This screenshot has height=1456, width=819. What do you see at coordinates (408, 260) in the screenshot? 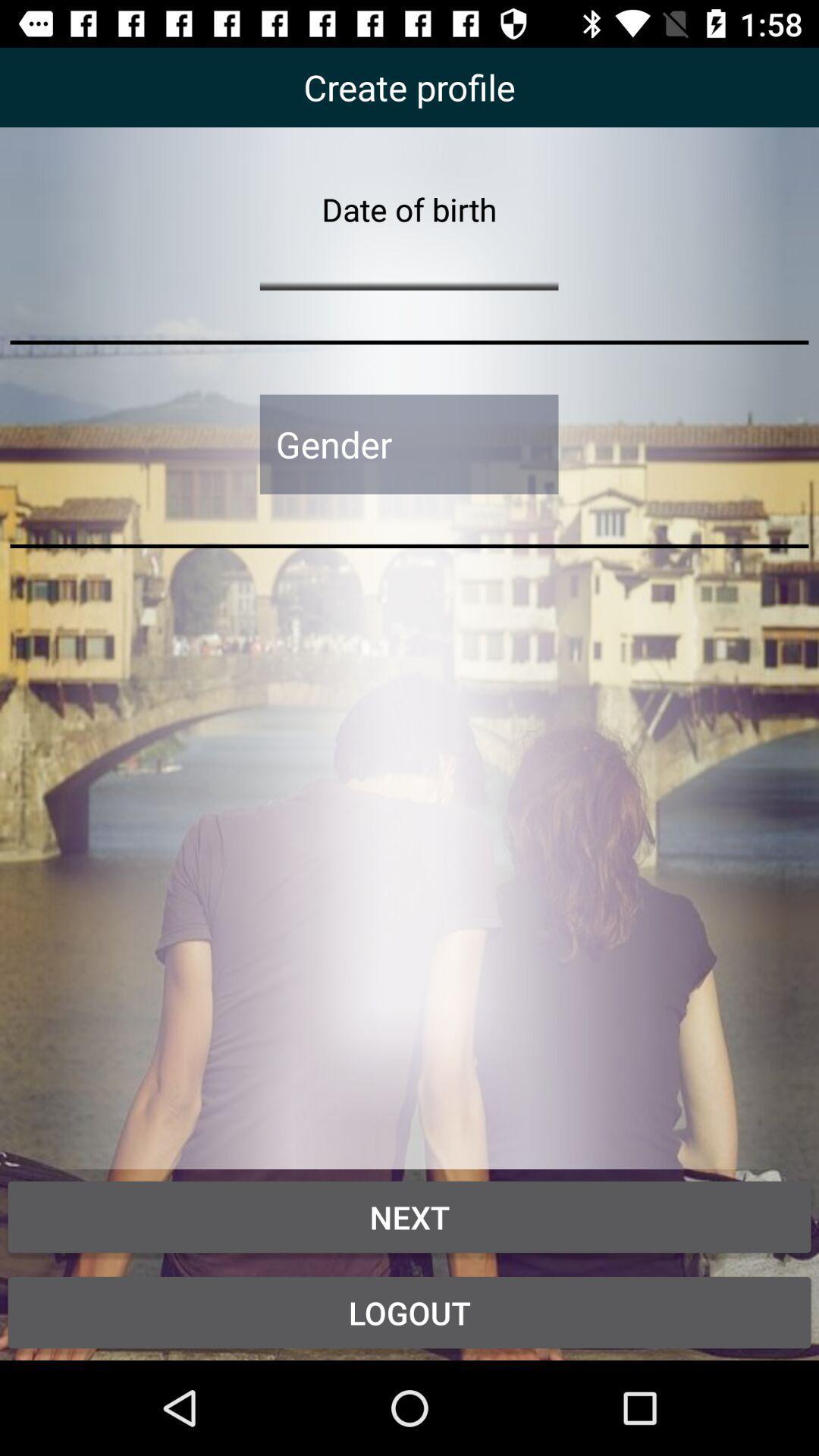
I see `place to enter the date of birth` at bounding box center [408, 260].